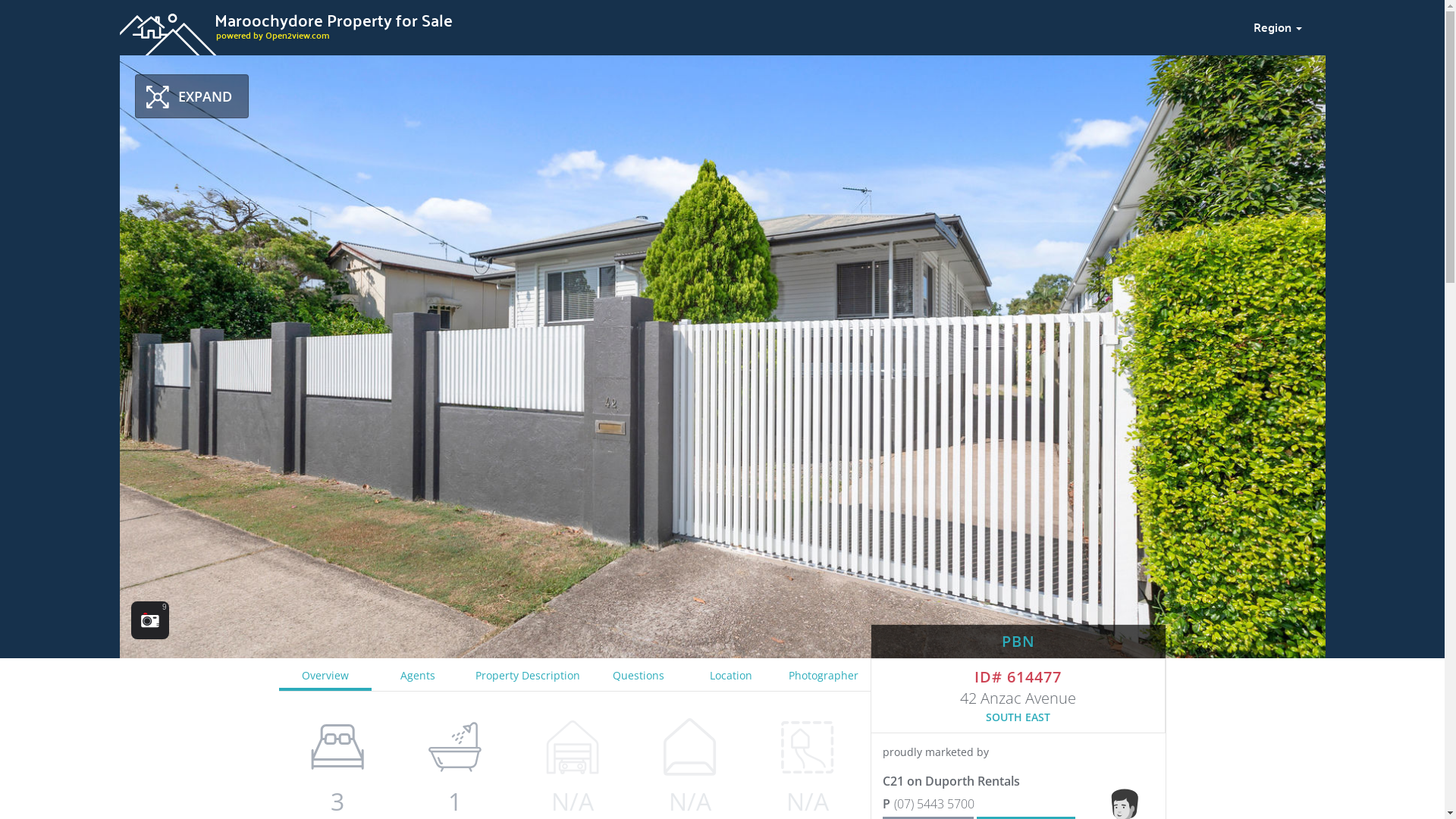 This screenshot has height=819, width=1456. Describe the element at coordinates (418, 673) in the screenshot. I see `'Agents'` at that location.